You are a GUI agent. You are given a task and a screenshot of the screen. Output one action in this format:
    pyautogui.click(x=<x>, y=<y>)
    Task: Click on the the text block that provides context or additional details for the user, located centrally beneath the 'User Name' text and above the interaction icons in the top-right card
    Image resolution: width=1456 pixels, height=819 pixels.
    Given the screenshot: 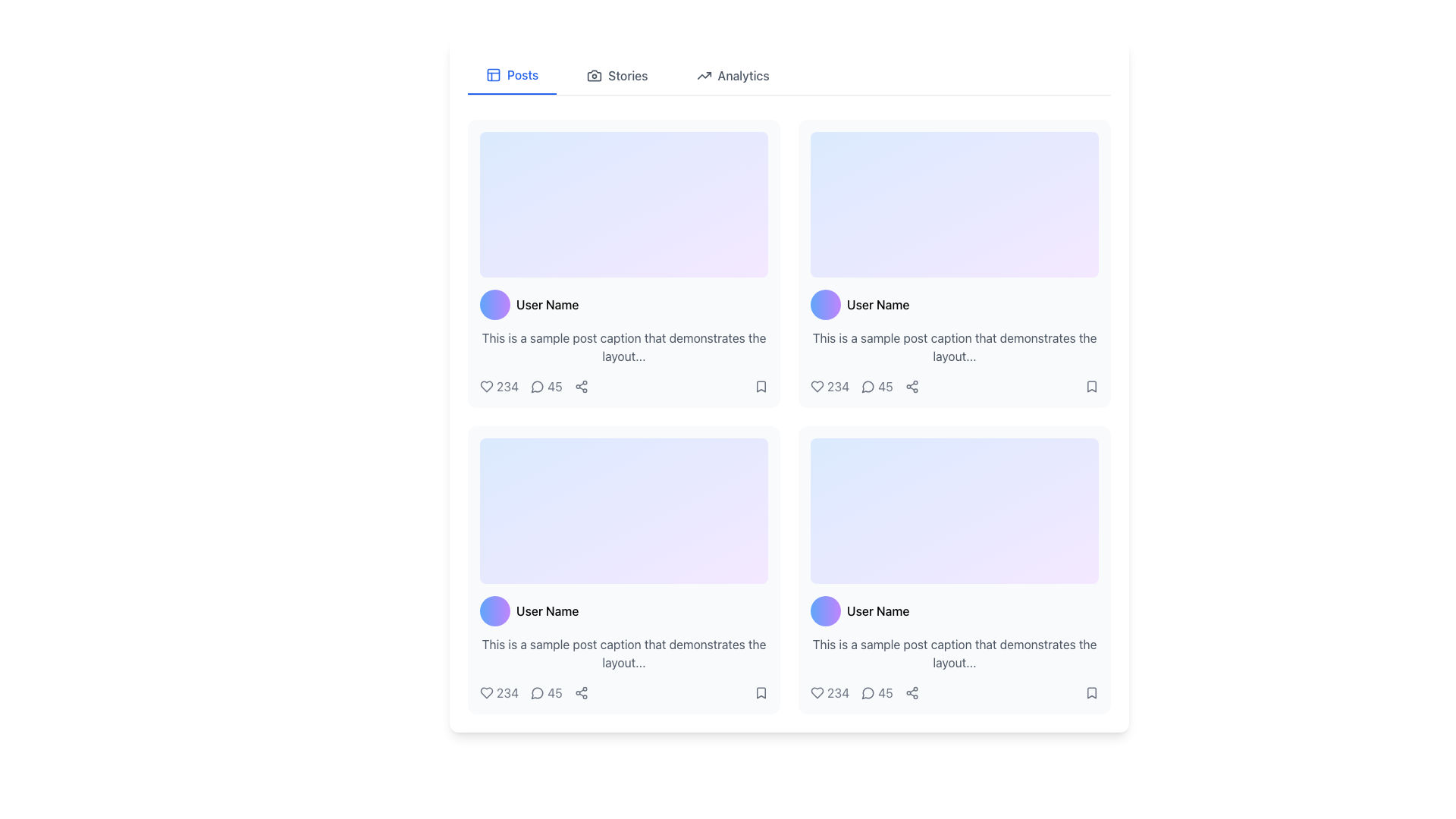 What is the action you would take?
    pyautogui.click(x=953, y=347)
    